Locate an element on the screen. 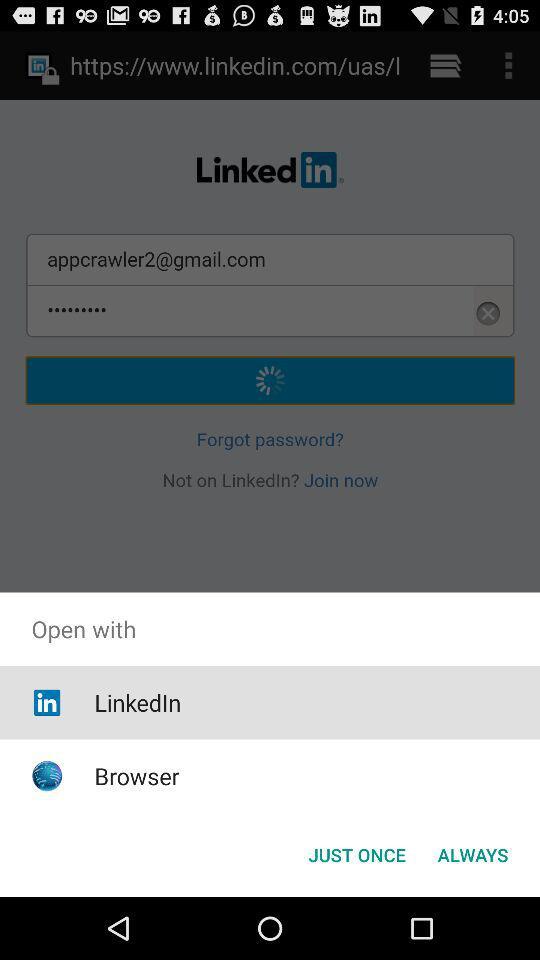  app below open with app is located at coordinates (356, 853).